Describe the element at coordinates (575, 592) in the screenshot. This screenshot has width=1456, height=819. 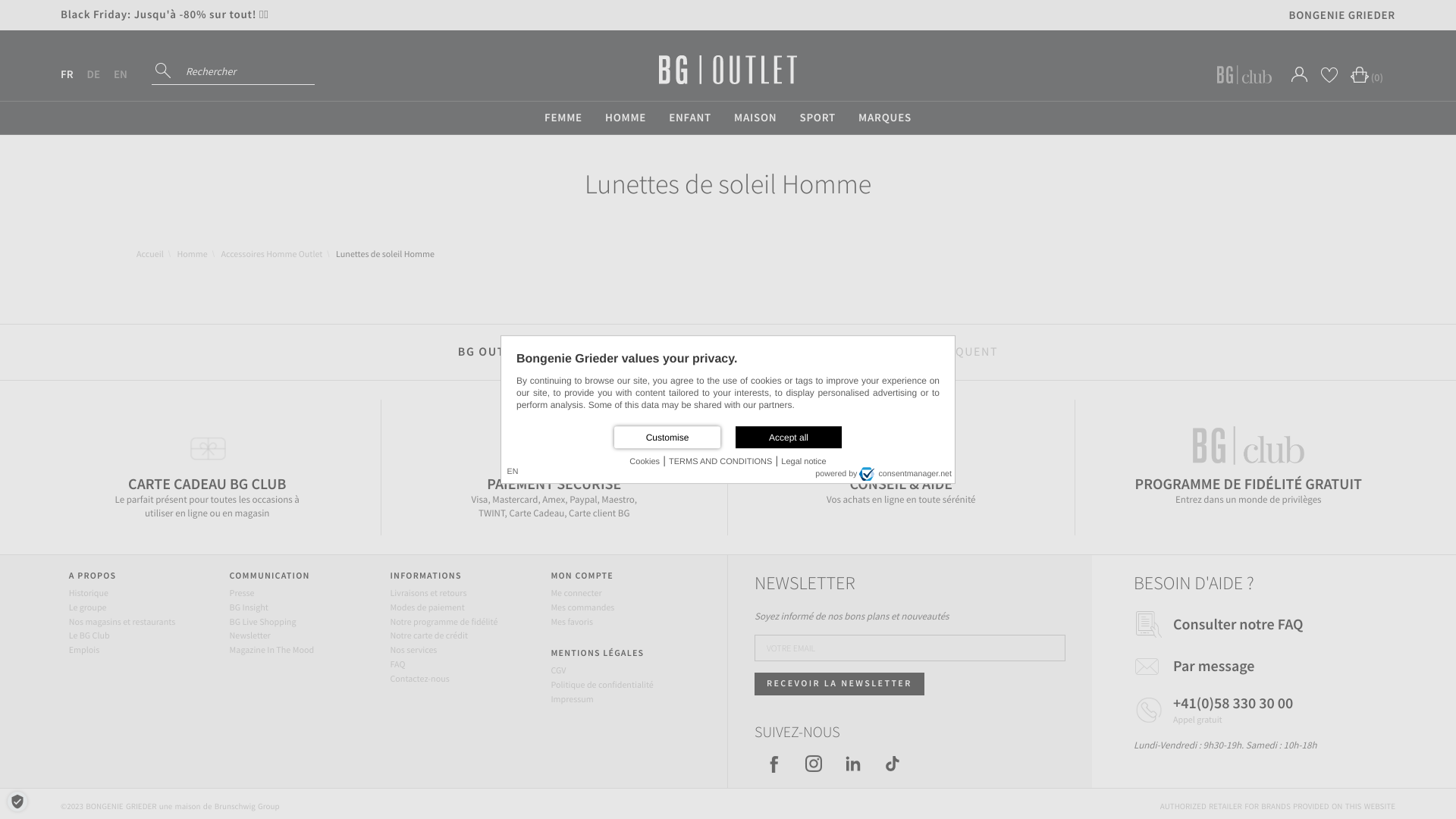
I see `'Me connecter'` at that location.